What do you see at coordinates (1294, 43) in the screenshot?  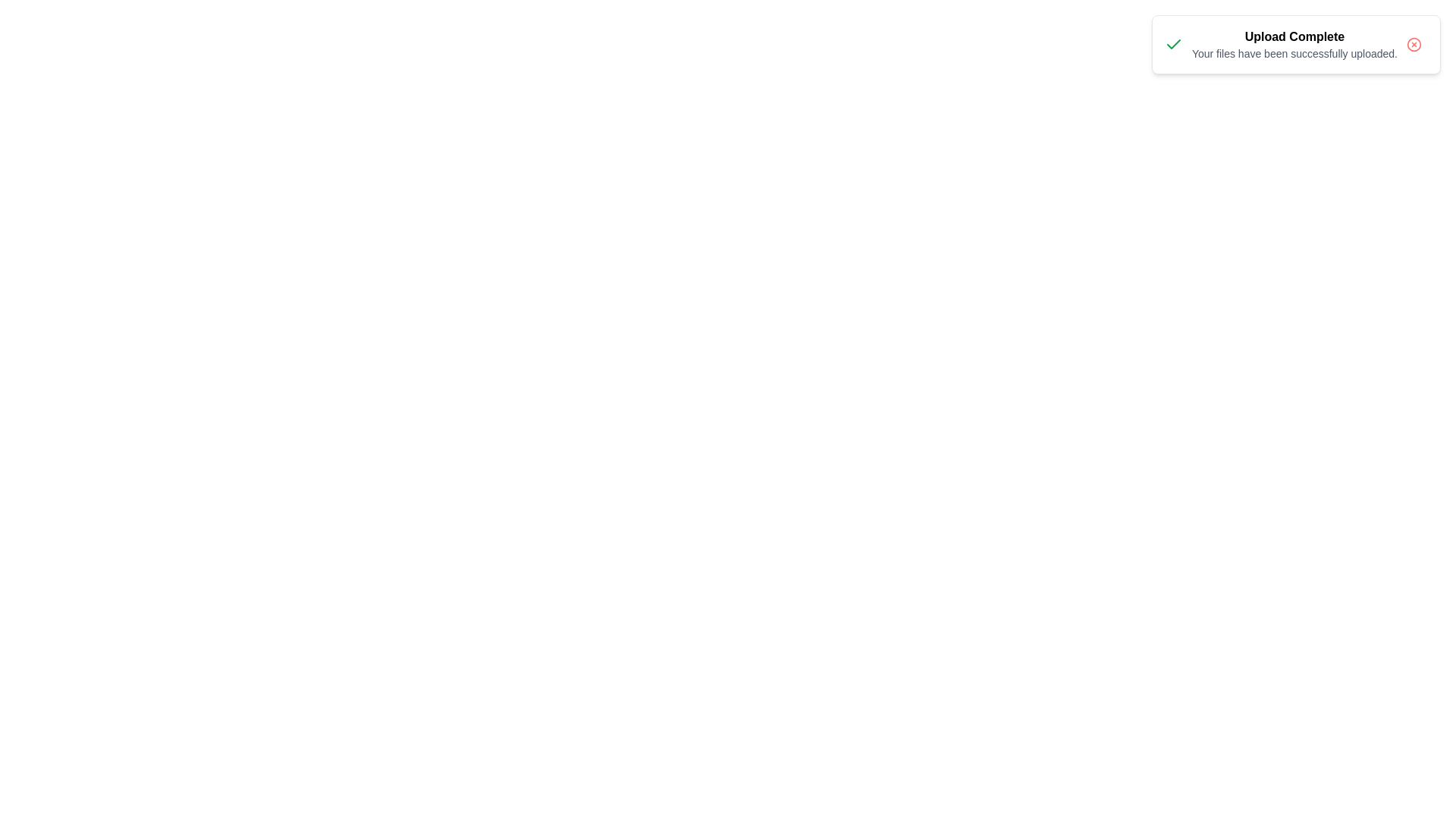 I see `the center of the notification panel to focus on it` at bounding box center [1294, 43].